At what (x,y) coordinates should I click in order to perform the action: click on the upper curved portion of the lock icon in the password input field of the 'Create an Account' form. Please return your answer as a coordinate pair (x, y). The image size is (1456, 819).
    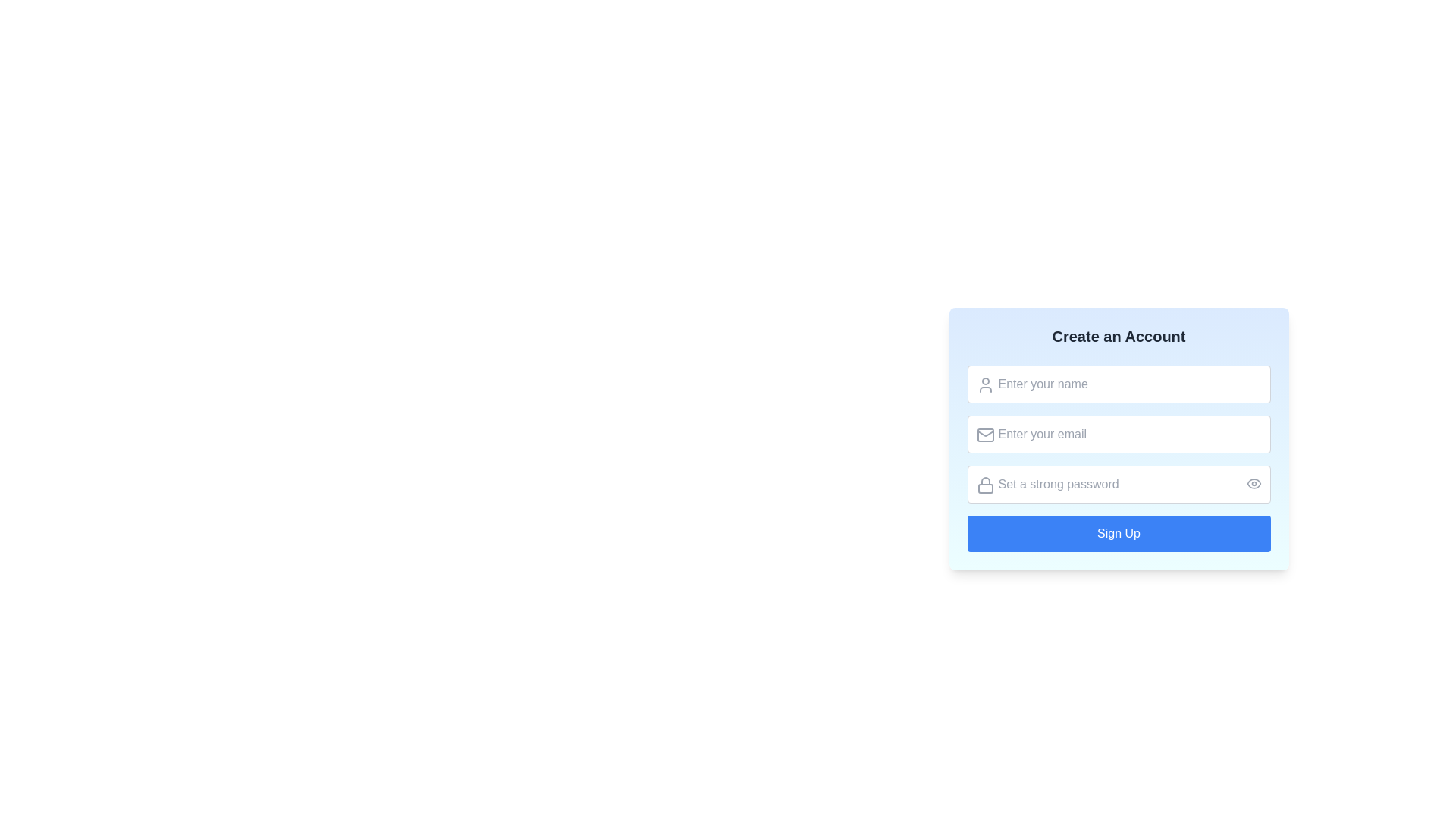
    Looking at the image, I should click on (985, 481).